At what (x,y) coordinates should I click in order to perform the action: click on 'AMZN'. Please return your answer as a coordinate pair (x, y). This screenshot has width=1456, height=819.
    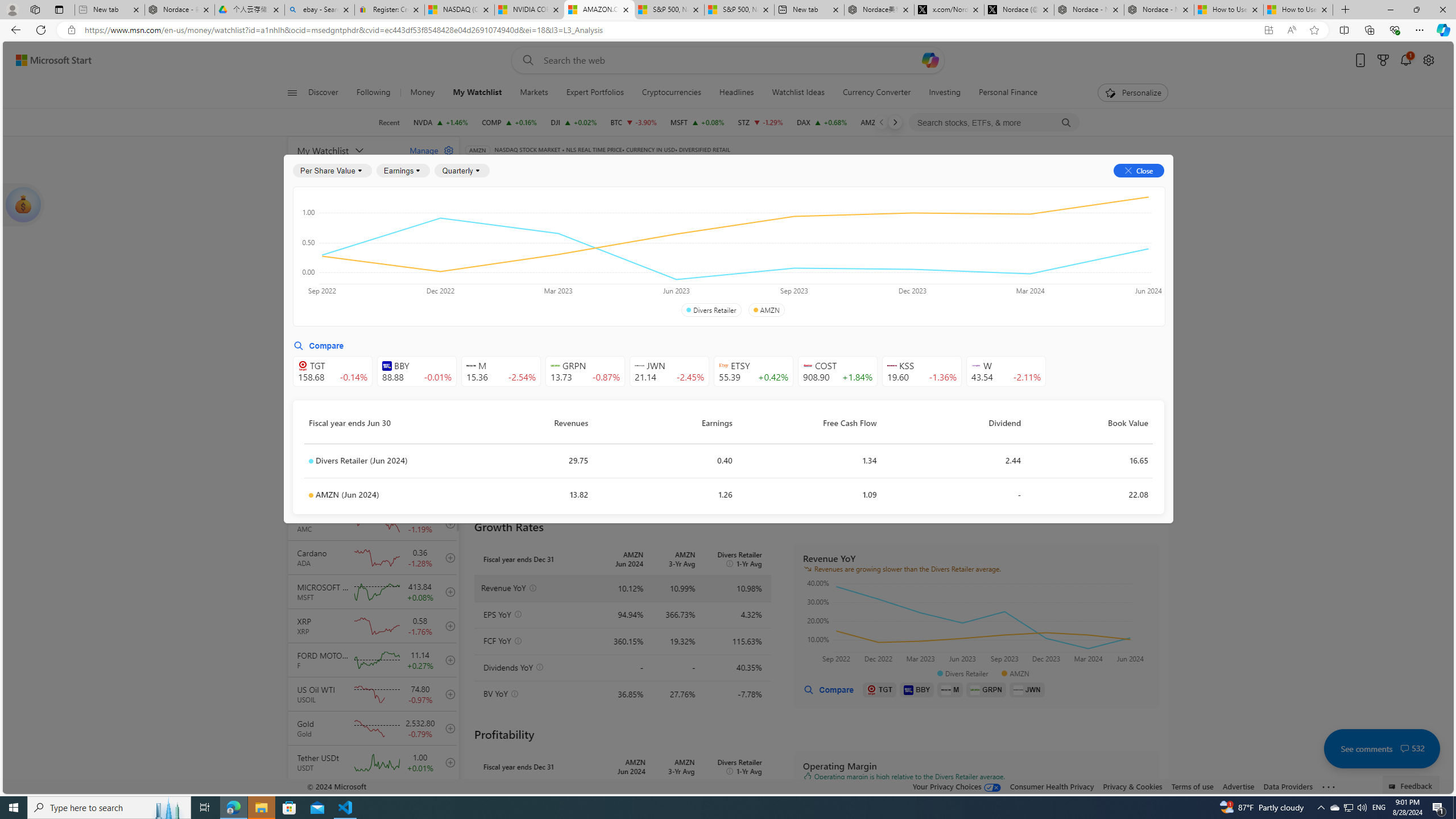
    Looking at the image, I should click on (766, 309).